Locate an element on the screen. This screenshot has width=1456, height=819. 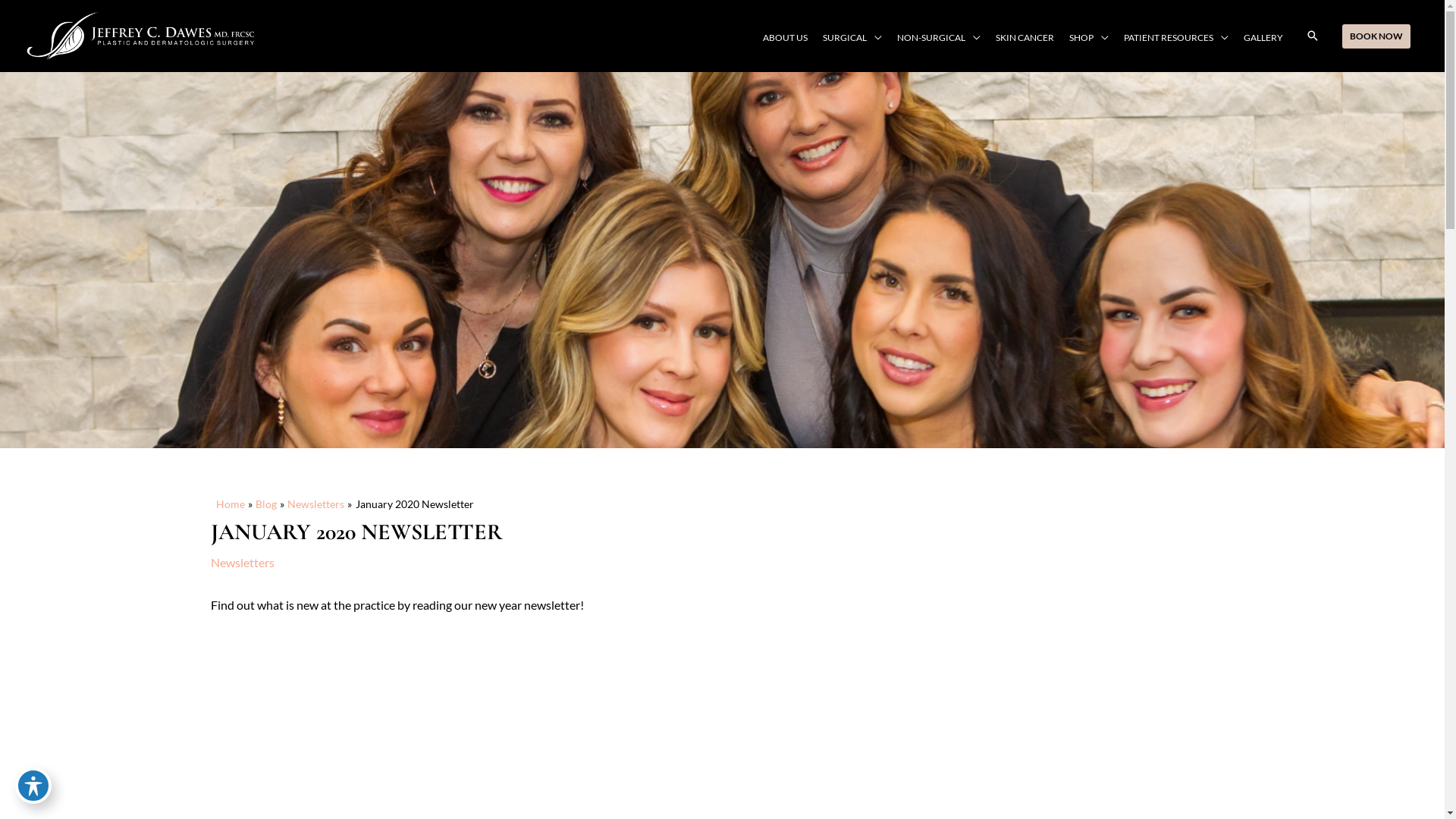
'SKIN CANCER' is located at coordinates (1025, 37).